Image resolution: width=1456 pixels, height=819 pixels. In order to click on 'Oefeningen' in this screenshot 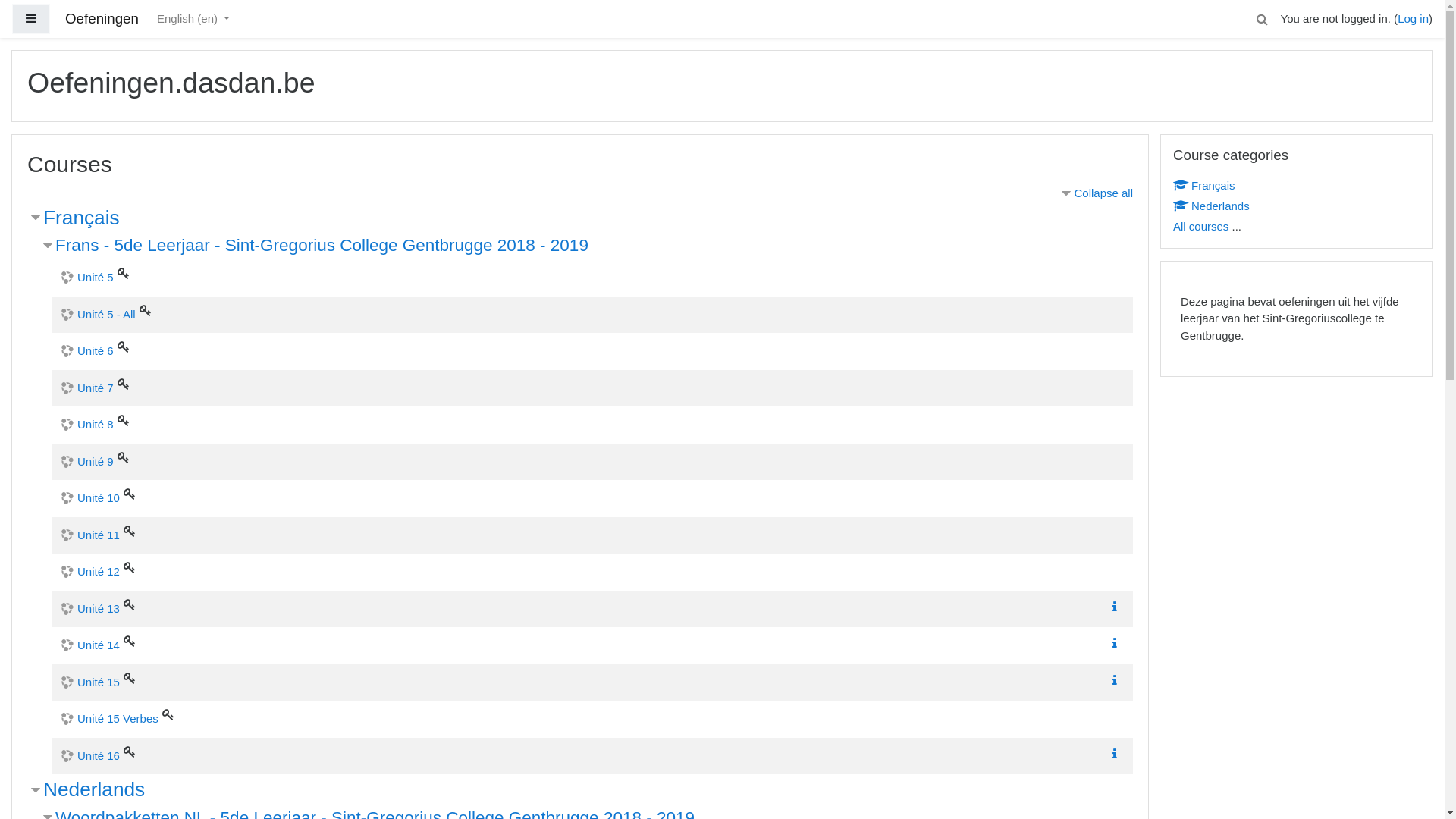, I will do `click(101, 19)`.